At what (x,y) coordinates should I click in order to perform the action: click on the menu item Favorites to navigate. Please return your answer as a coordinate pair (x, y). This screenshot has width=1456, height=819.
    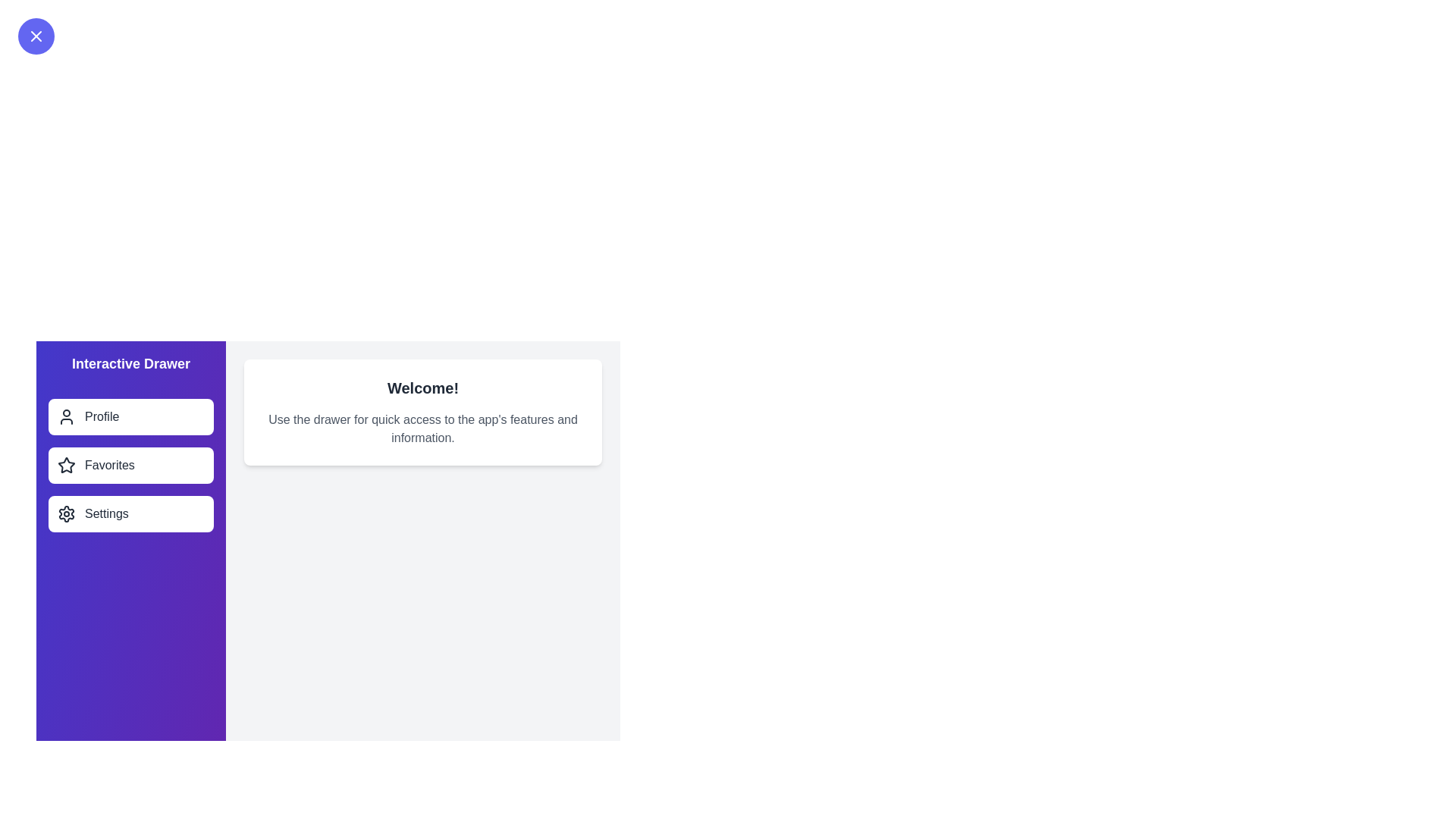
    Looking at the image, I should click on (130, 464).